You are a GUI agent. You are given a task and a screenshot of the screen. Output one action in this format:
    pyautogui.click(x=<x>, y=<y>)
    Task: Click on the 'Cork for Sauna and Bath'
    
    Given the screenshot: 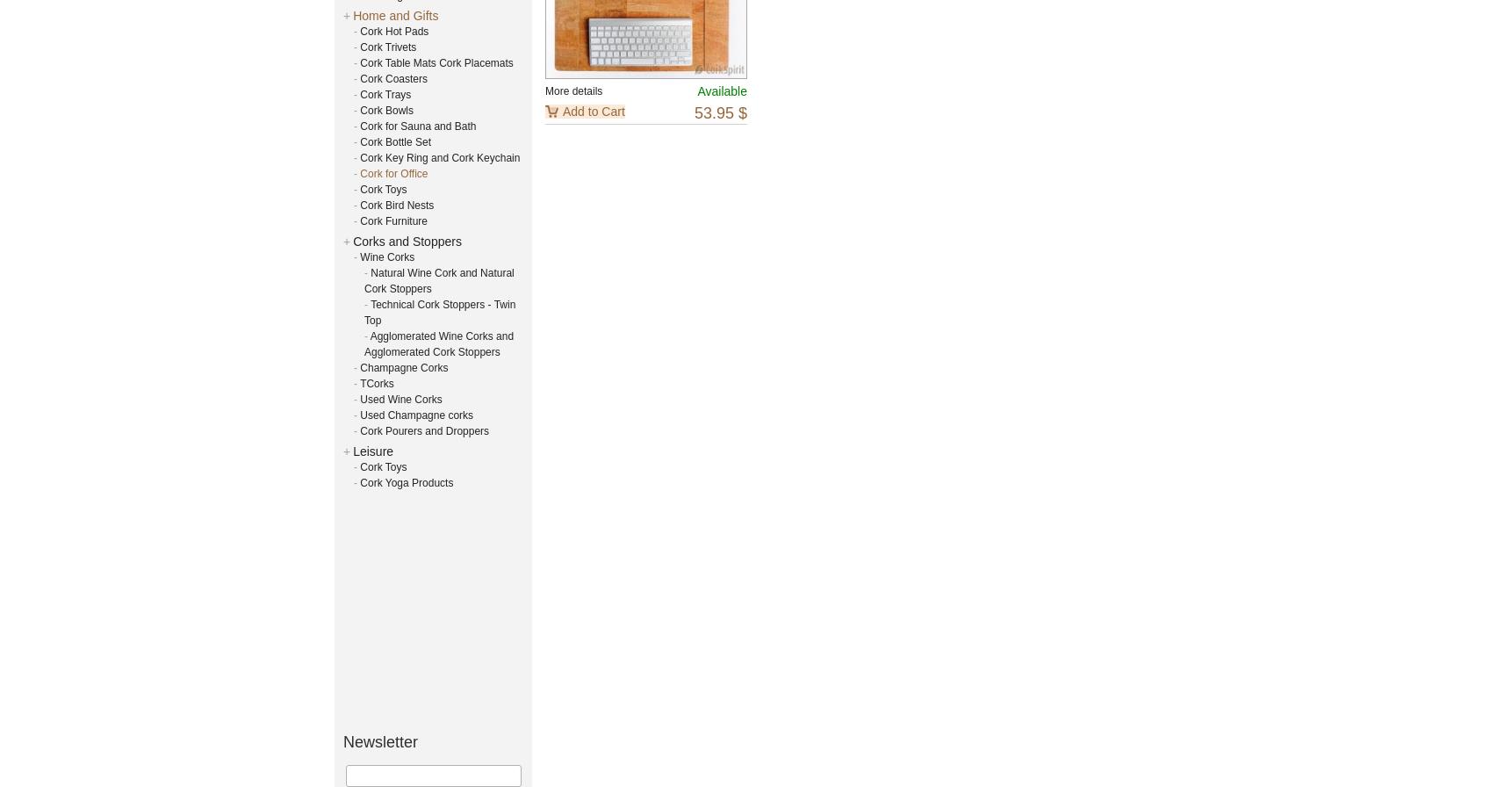 What is the action you would take?
    pyautogui.click(x=416, y=126)
    